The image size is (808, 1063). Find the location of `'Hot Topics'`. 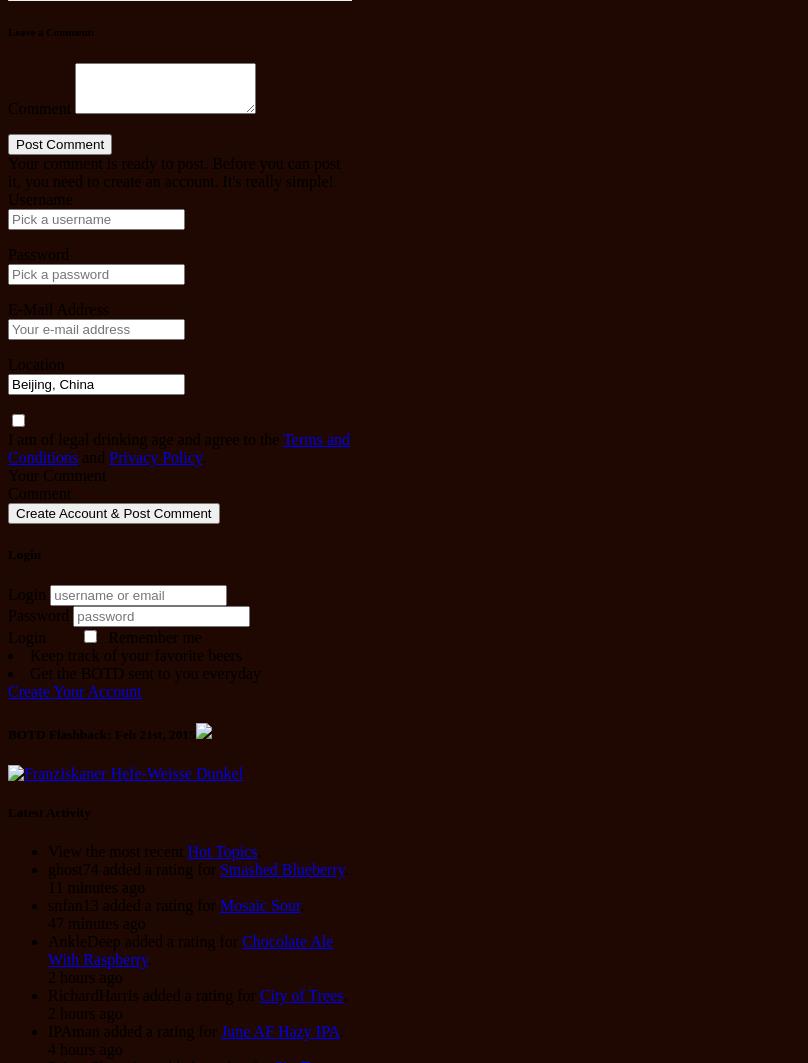

'Hot Topics' is located at coordinates (185, 850).